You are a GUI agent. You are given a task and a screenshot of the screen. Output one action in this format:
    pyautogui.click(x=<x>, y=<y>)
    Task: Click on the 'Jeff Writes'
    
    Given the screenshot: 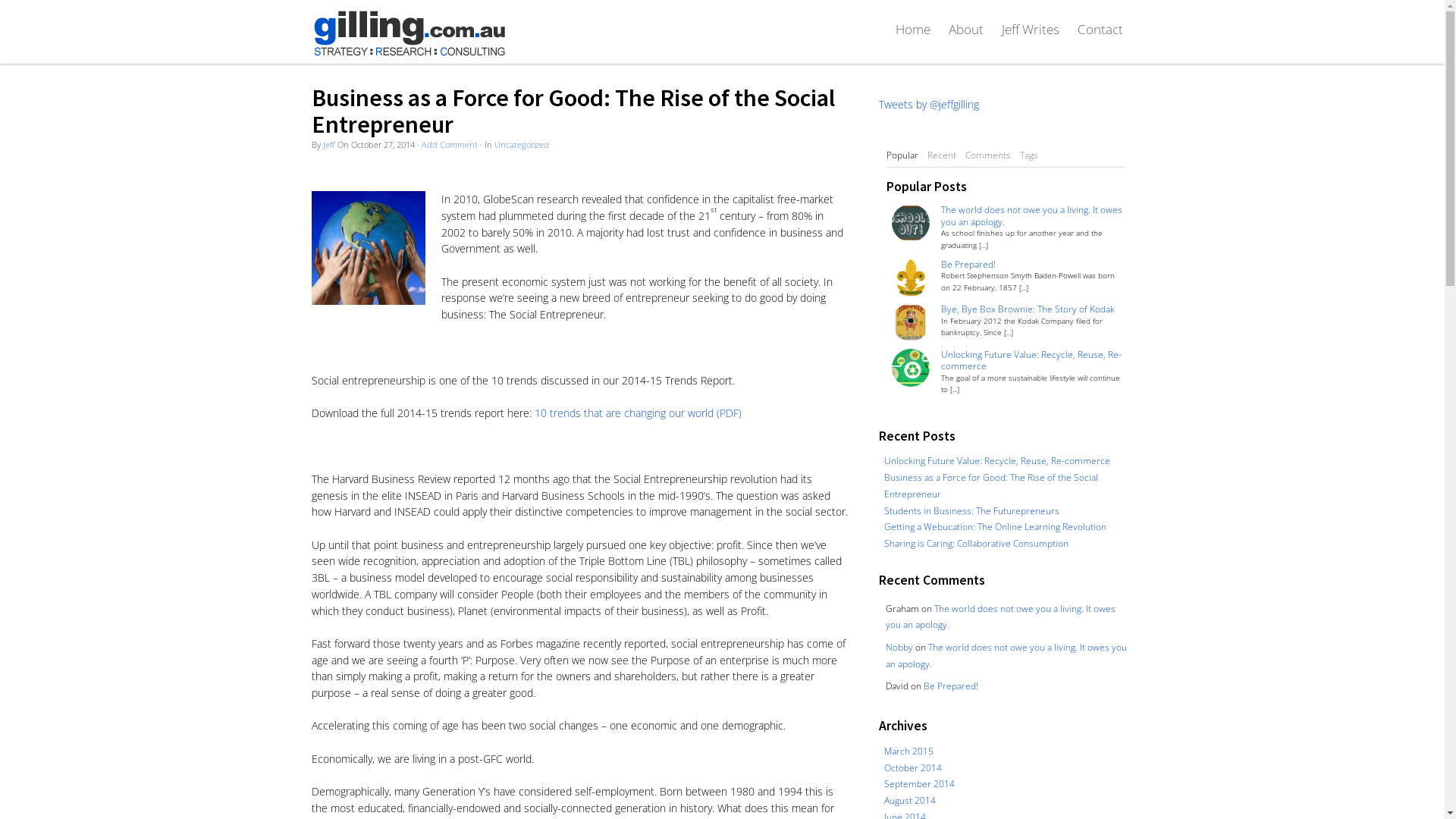 What is the action you would take?
    pyautogui.click(x=992, y=29)
    